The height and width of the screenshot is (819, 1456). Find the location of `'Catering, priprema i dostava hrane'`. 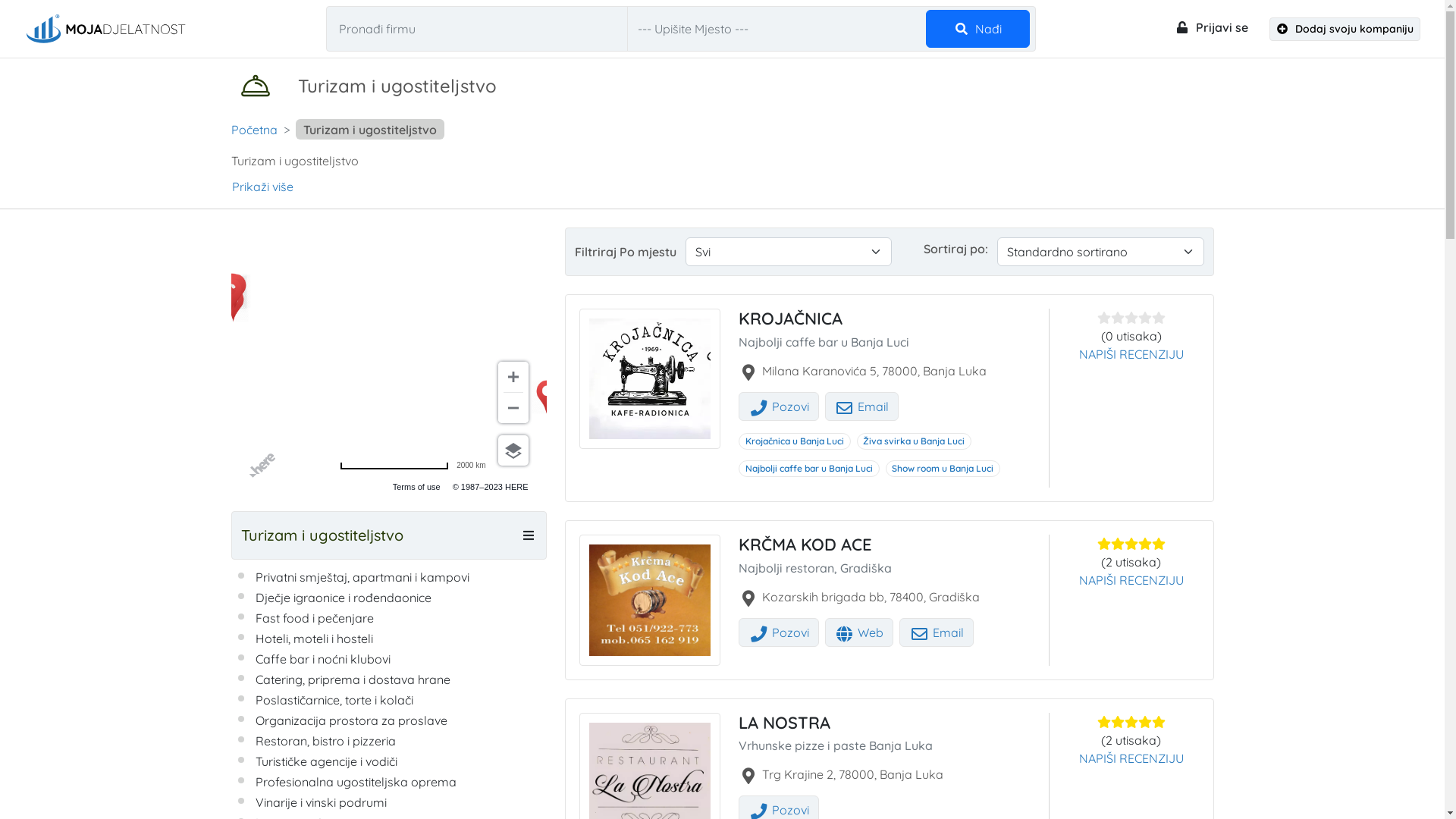

'Catering, priprema i dostava hrane' is located at coordinates (351, 678).